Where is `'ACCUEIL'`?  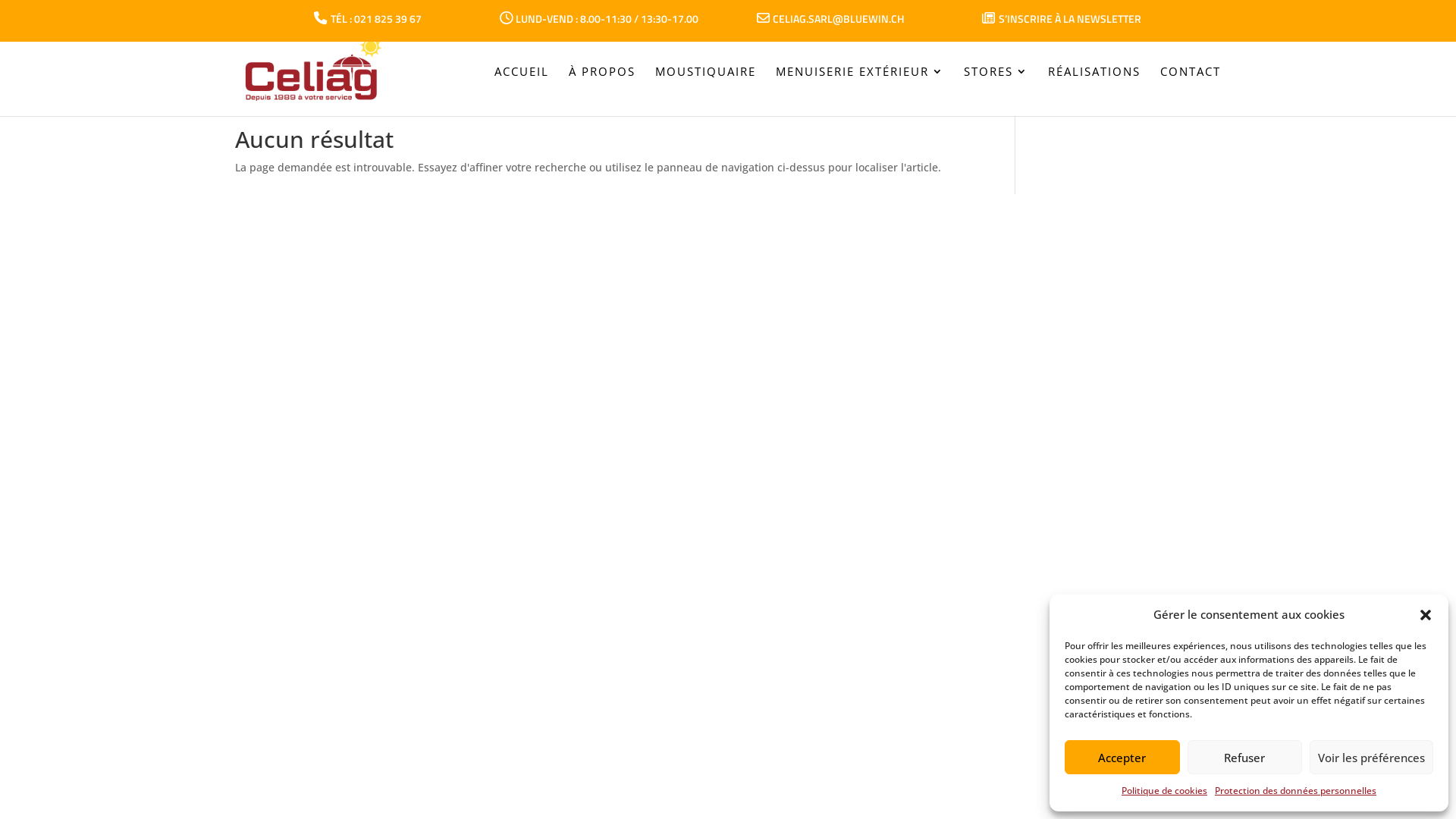 'ACCUEIL' is located at coordinates (494, 93).